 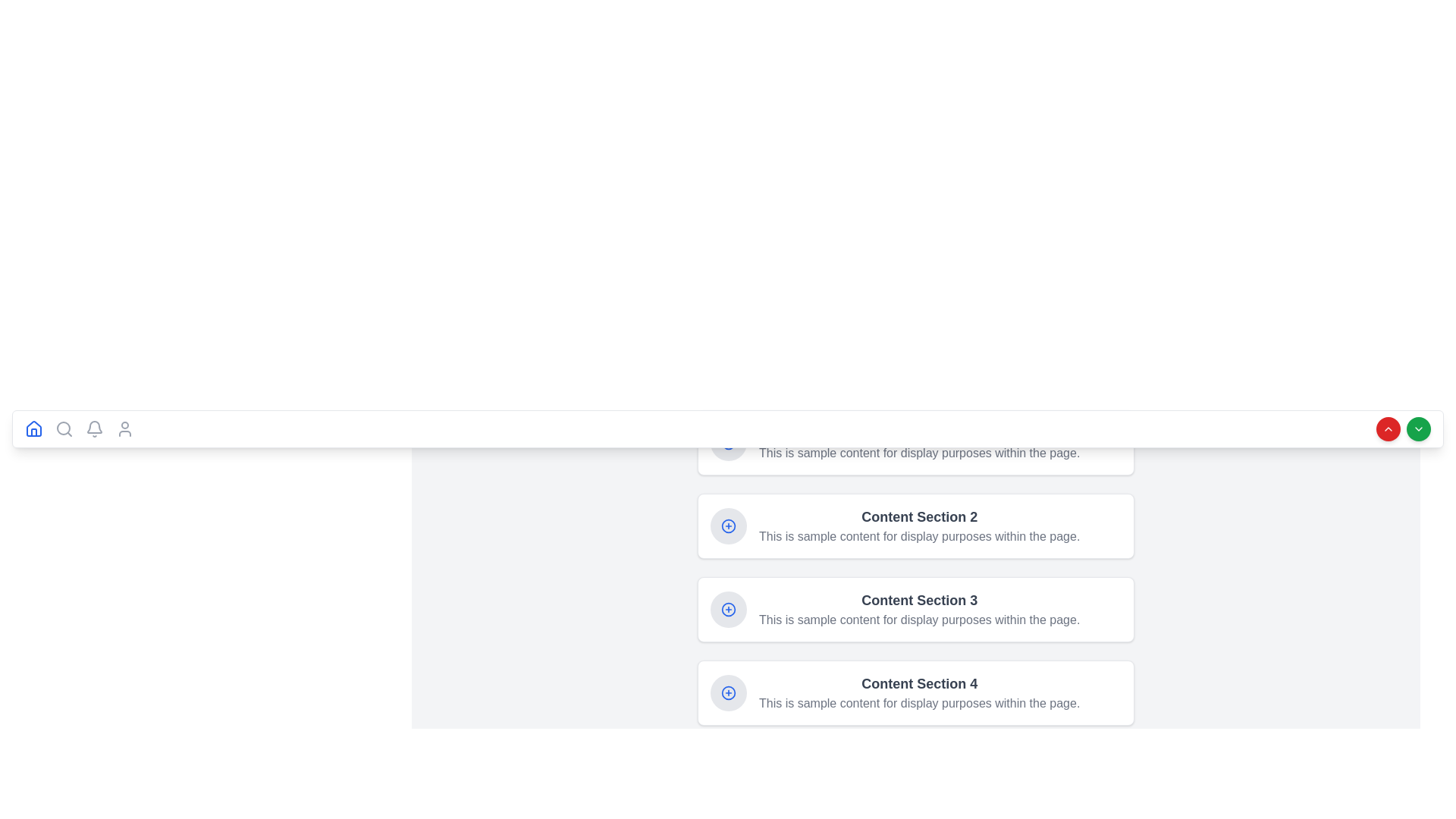 What do you see at coordinates (62, 428) in the screenshot?
I see `the lens of the magnifying glass in the search icon located in the navigation bar towards the left` at bounding box center [62, 428].